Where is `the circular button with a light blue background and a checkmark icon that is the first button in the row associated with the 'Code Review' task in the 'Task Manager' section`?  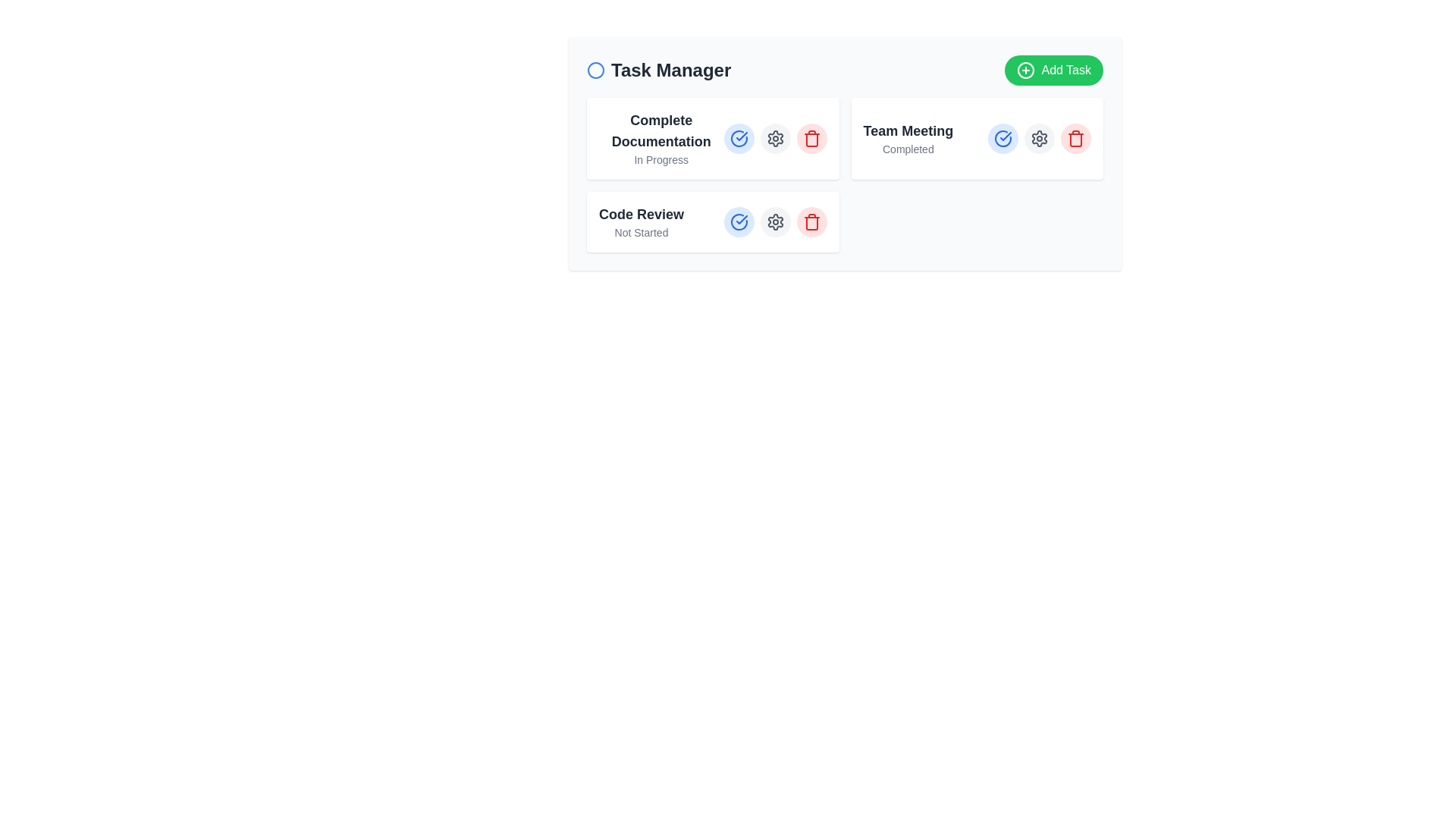 the circular button with a light blue background and a checkmark icon that is the first button in the row associated with the 'Code Review' task in the 'Task Manager' section is located at coordinates (739, 222).